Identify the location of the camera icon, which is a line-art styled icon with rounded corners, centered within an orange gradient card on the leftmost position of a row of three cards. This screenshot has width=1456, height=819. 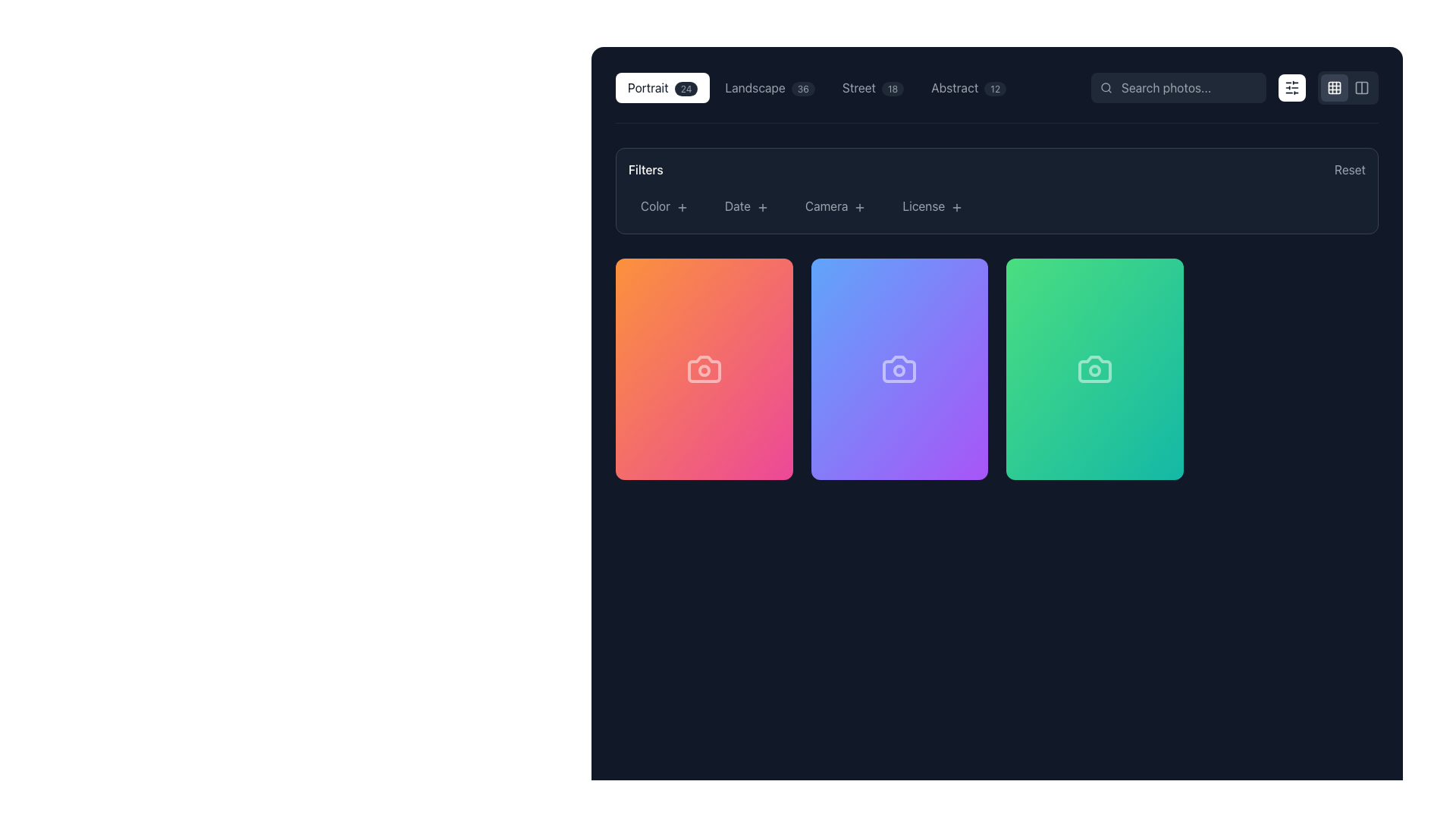
(703, 369).